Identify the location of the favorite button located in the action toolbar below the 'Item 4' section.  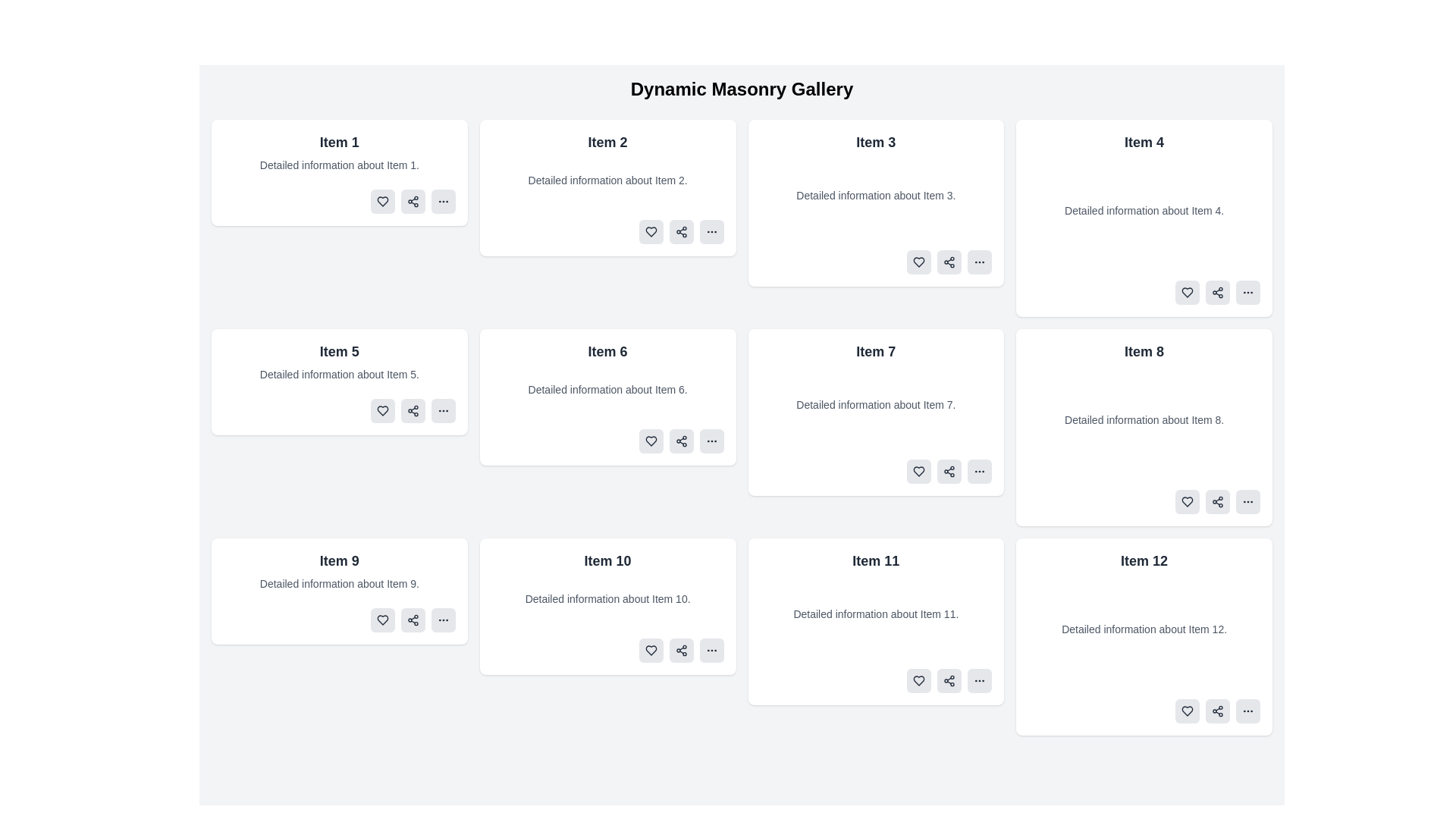
(1186, 292).